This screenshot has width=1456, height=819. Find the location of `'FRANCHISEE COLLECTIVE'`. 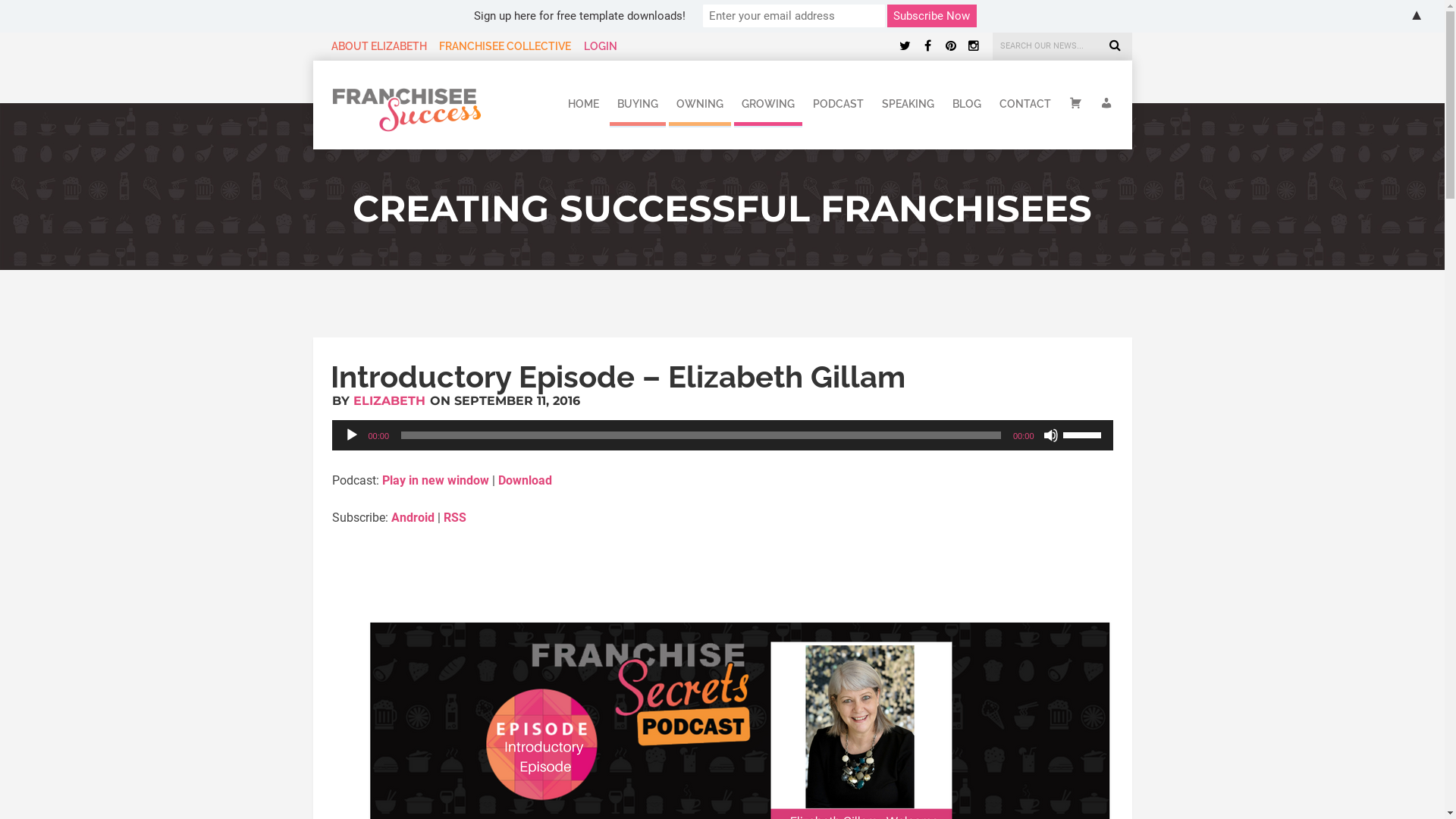

'FRANCHISEE COLLECTIVE' is located at coordinates (505, 45).